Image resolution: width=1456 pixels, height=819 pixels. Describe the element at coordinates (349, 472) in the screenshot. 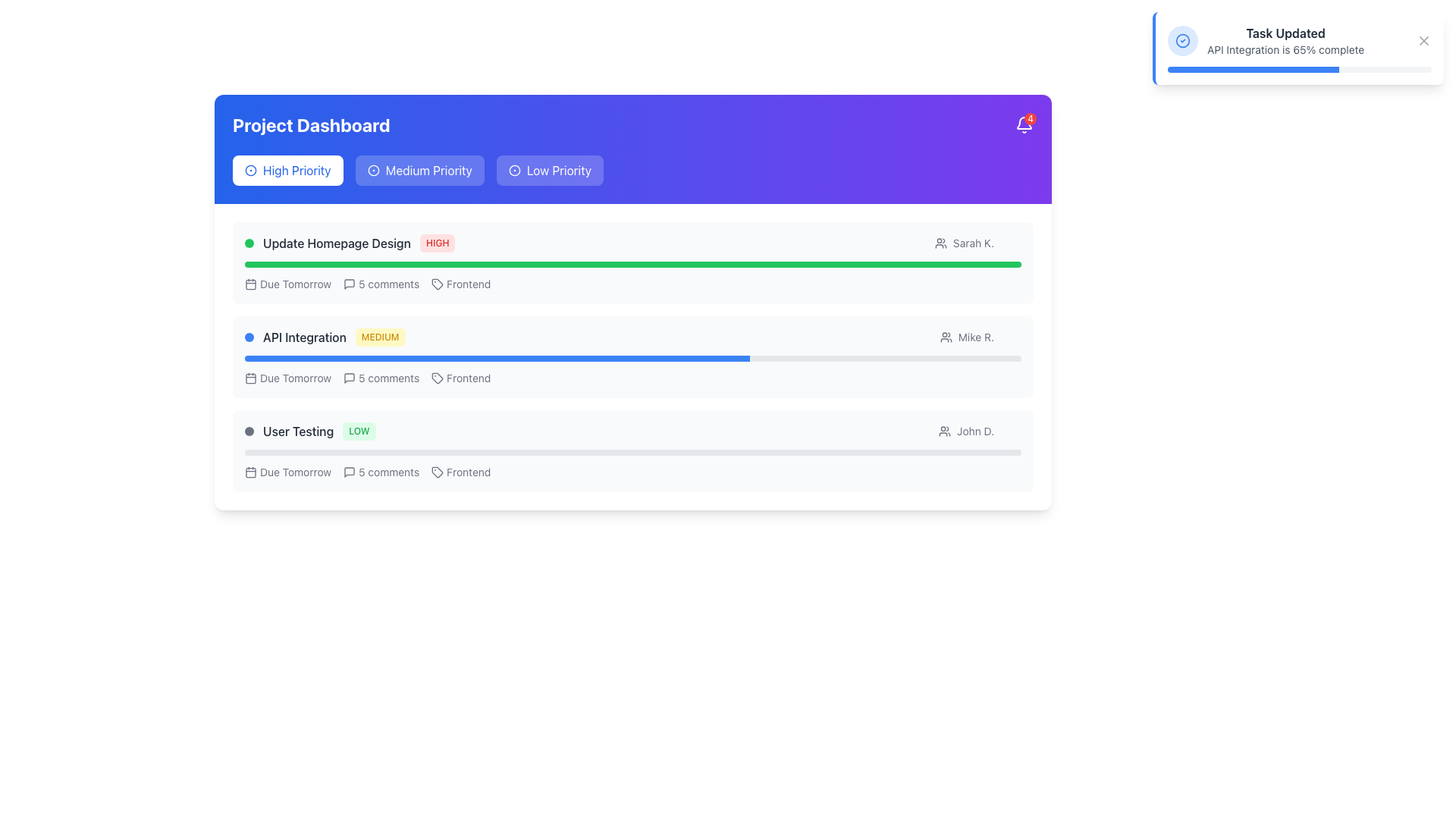

I see `the comment icon located in the top-right corner of the 'User Testing' card, which serves as a visual indicator for comments` at that location.